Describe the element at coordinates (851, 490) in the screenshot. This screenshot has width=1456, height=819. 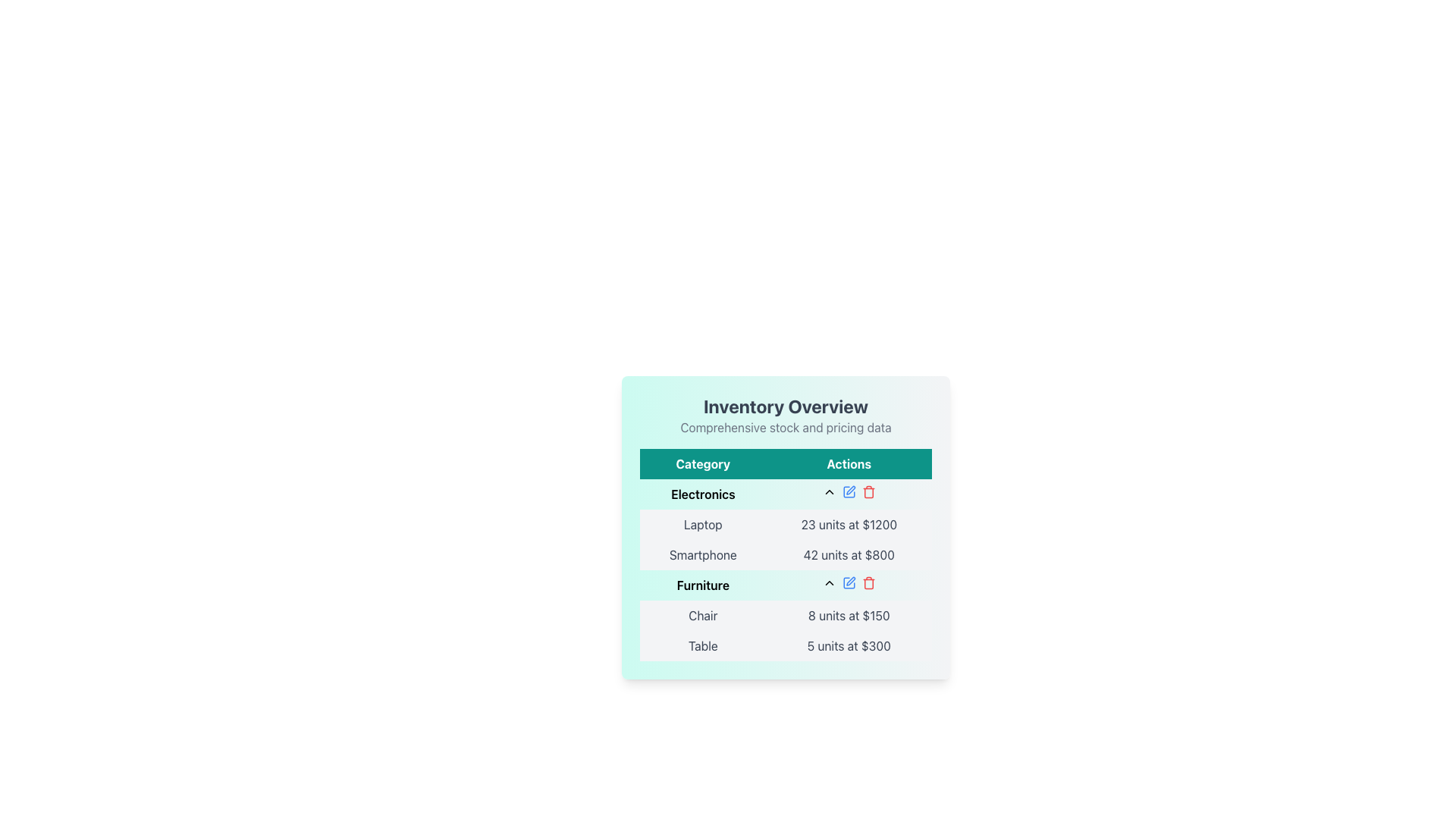
I see `the edit icon button in the 'Electronics' category of the 'Inventory Overview' card` at that location.